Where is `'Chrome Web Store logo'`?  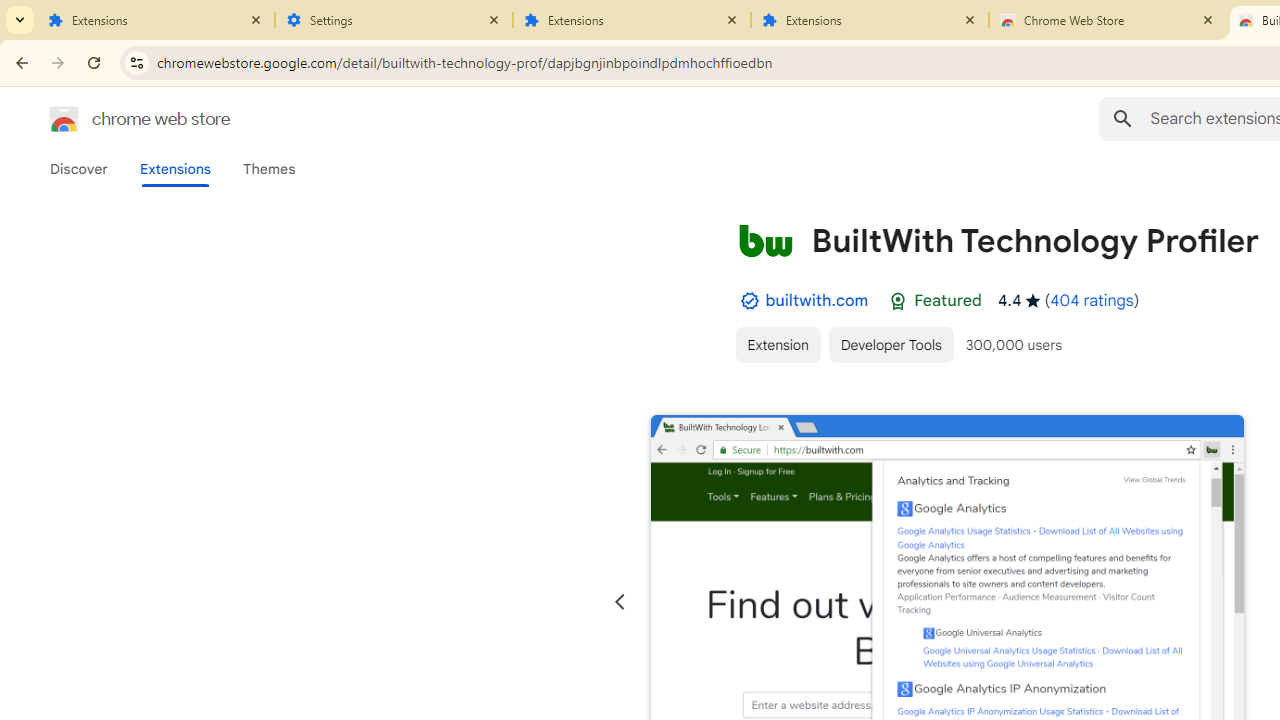 'Chrome Web Store logo' is located at coordinates (64, 119).